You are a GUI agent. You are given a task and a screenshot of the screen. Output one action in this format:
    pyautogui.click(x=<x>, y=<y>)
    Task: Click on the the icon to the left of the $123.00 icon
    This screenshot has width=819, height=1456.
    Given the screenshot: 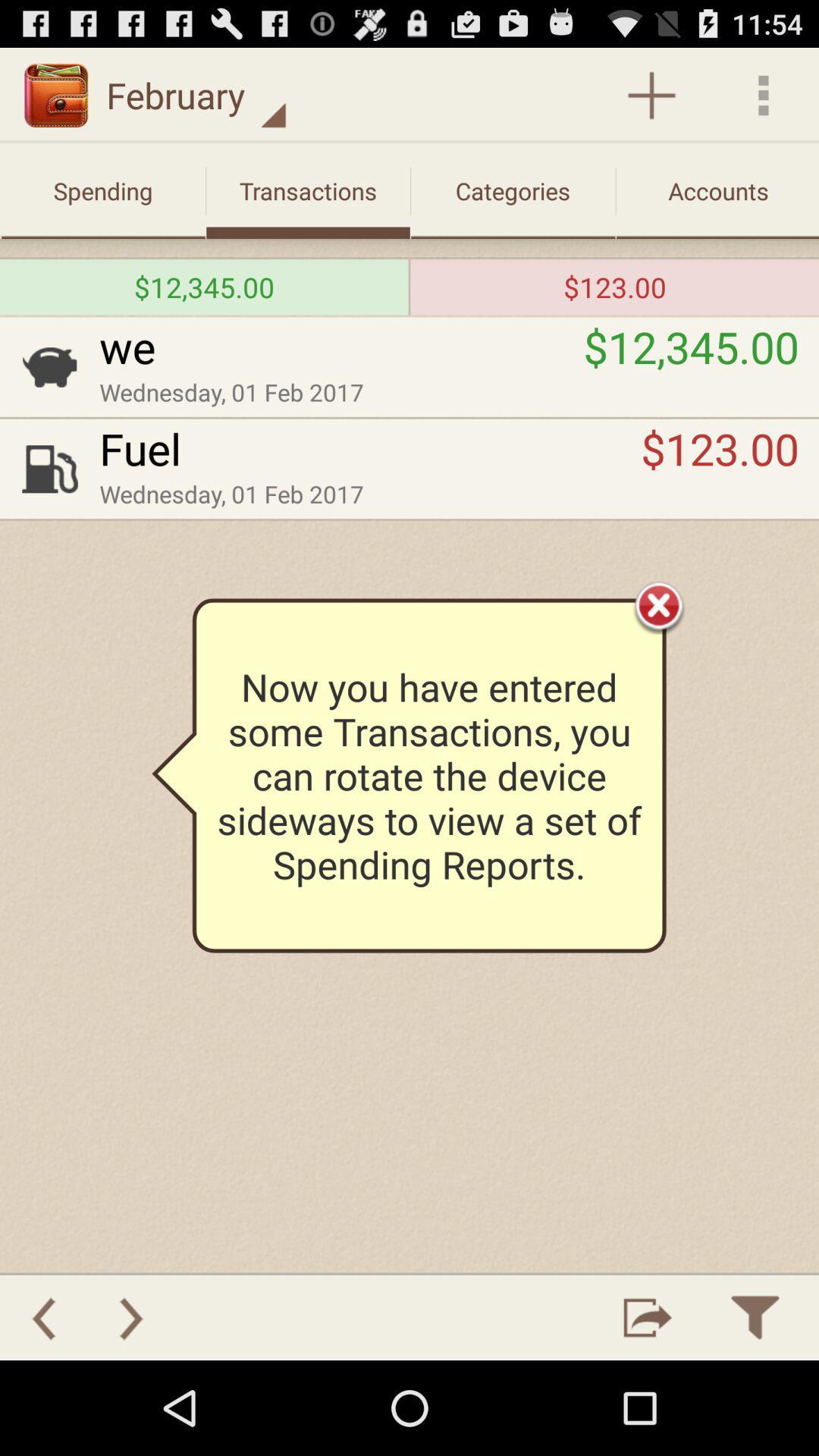 What is the action you would take?
    pyautogui.click(x=409, y=287)
    